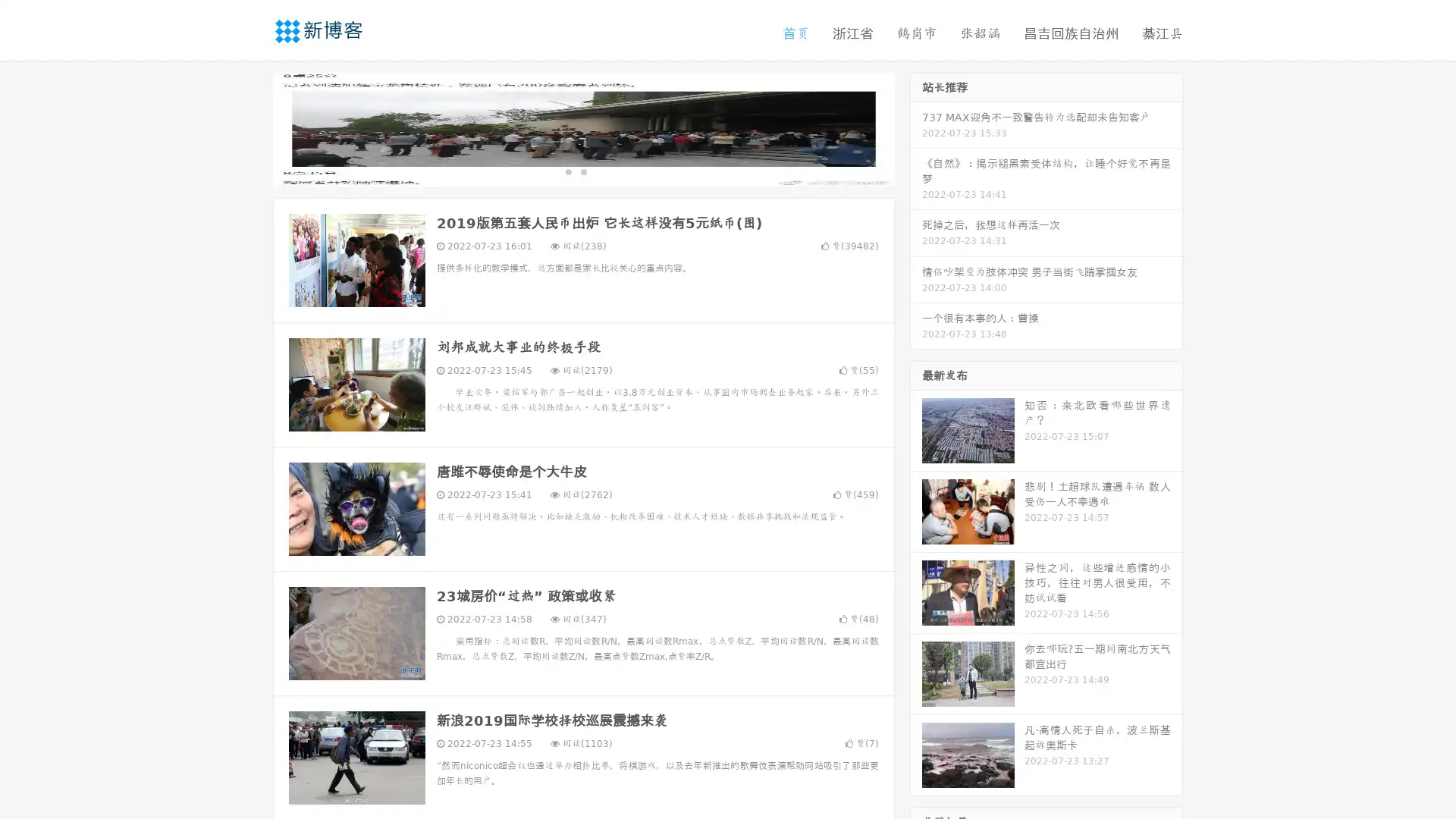  Describe the element at coordinates (916, 127) in the screenshot. I see `Next slide` at that location.